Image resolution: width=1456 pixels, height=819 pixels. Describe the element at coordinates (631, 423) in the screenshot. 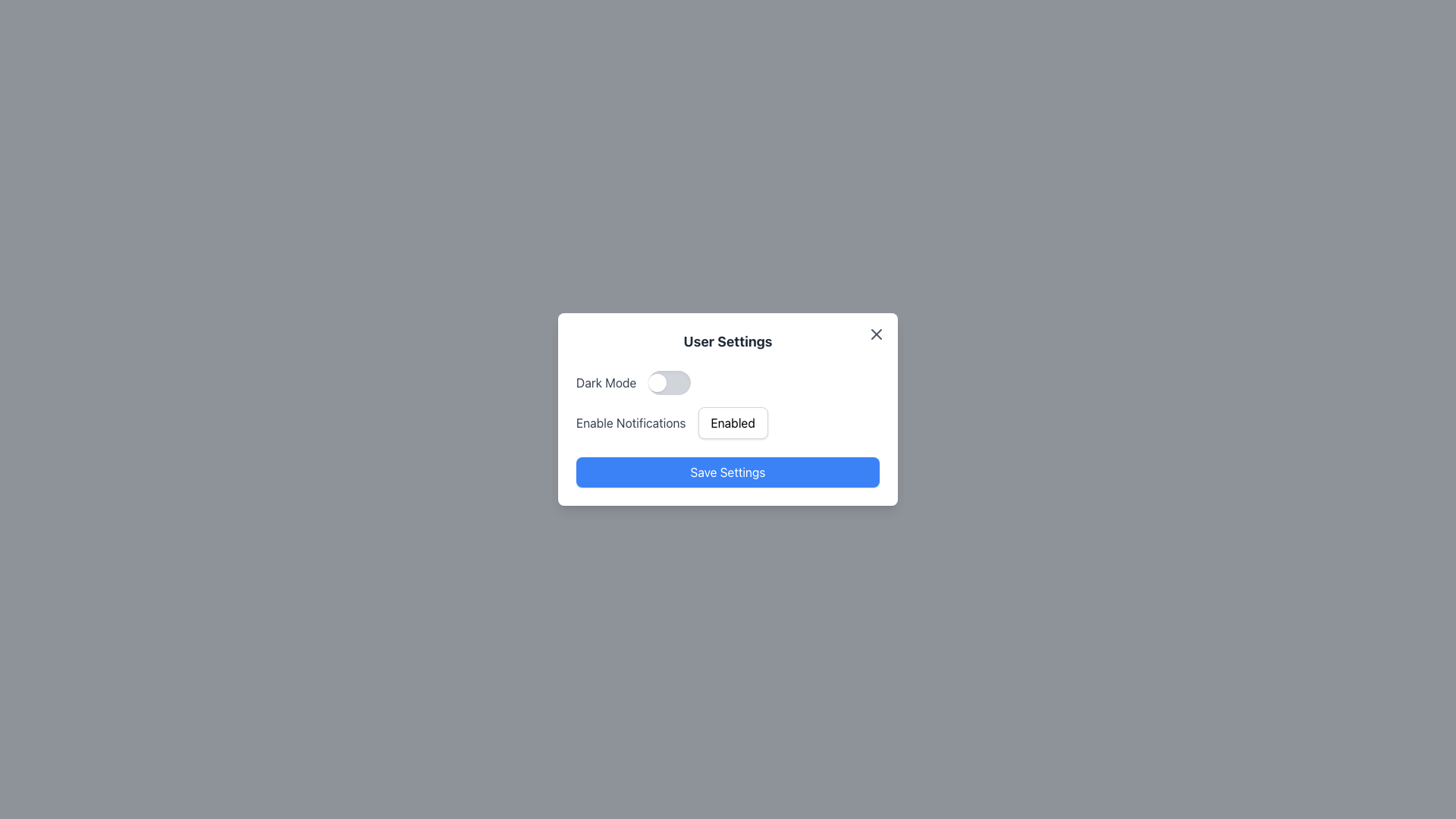

I see `informational text label that says 'Enable Notifications', located in the settings panel above the 'Save Settings' button and next to the 'Dark Mode' toggle option` at that location.